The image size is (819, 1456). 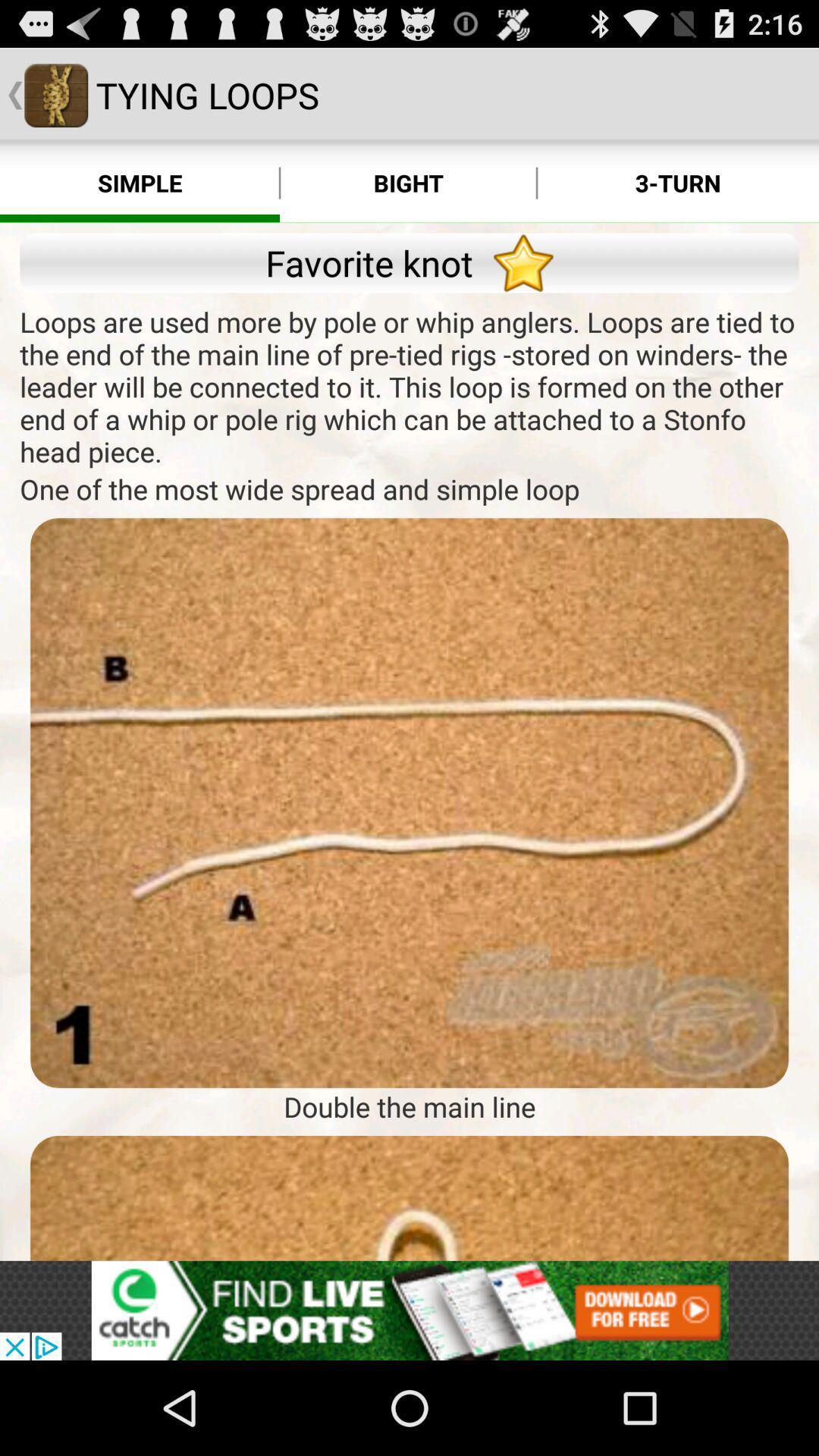 What do you see at coordinates (409, 1310) in the screenshot?
I see `open advertisement` at bounding box center [409, 1310].